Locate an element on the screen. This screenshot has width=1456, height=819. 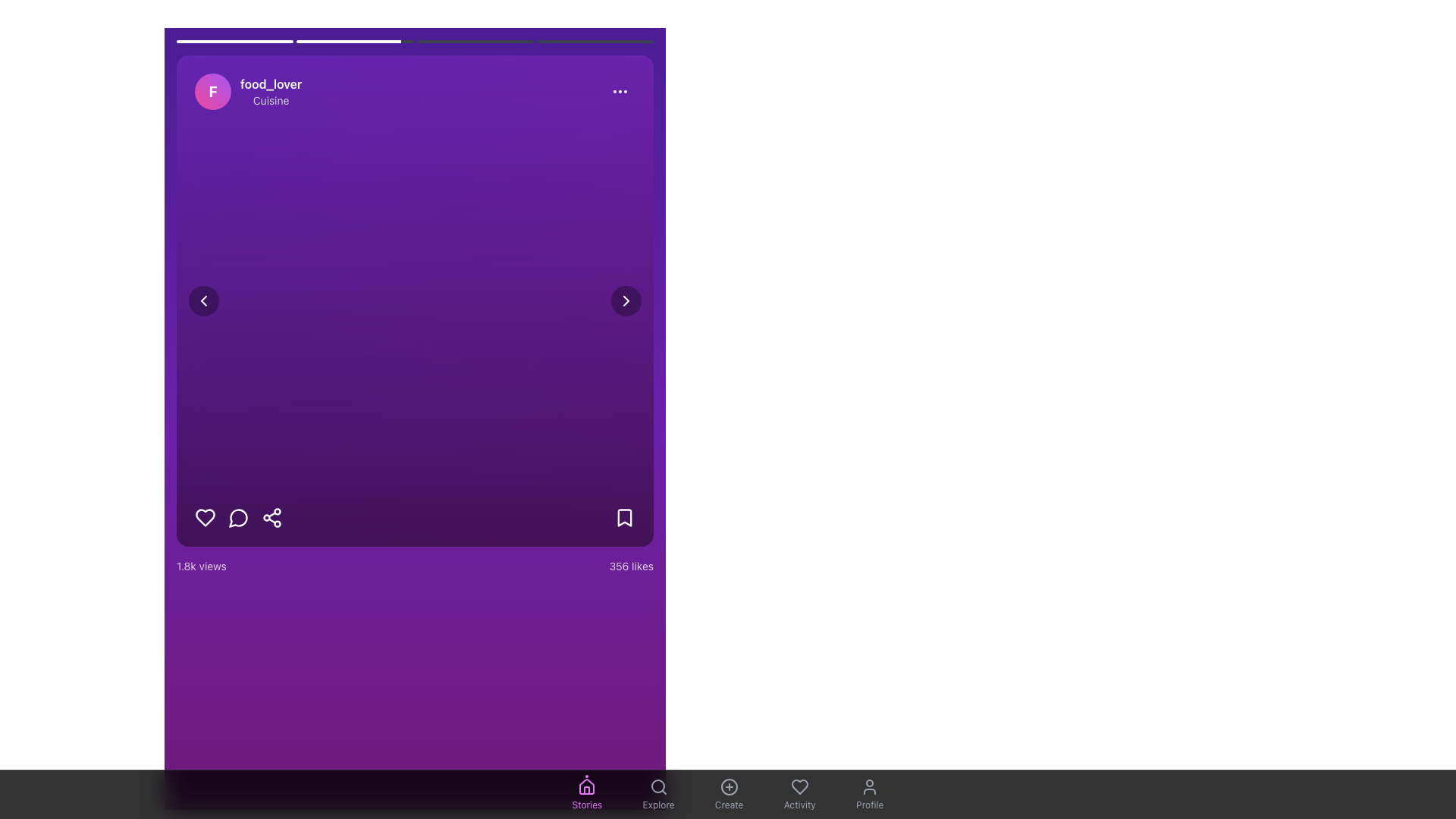
the heart-shaped like button, which is outlined in white and located on a purple background, to like the content is located at coordinates (204, 516).